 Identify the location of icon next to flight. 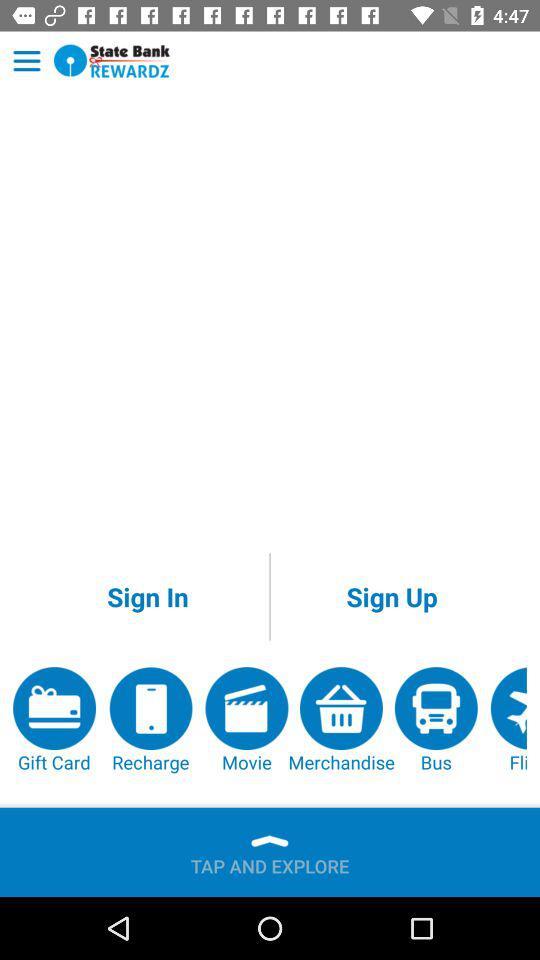
(435, 720).